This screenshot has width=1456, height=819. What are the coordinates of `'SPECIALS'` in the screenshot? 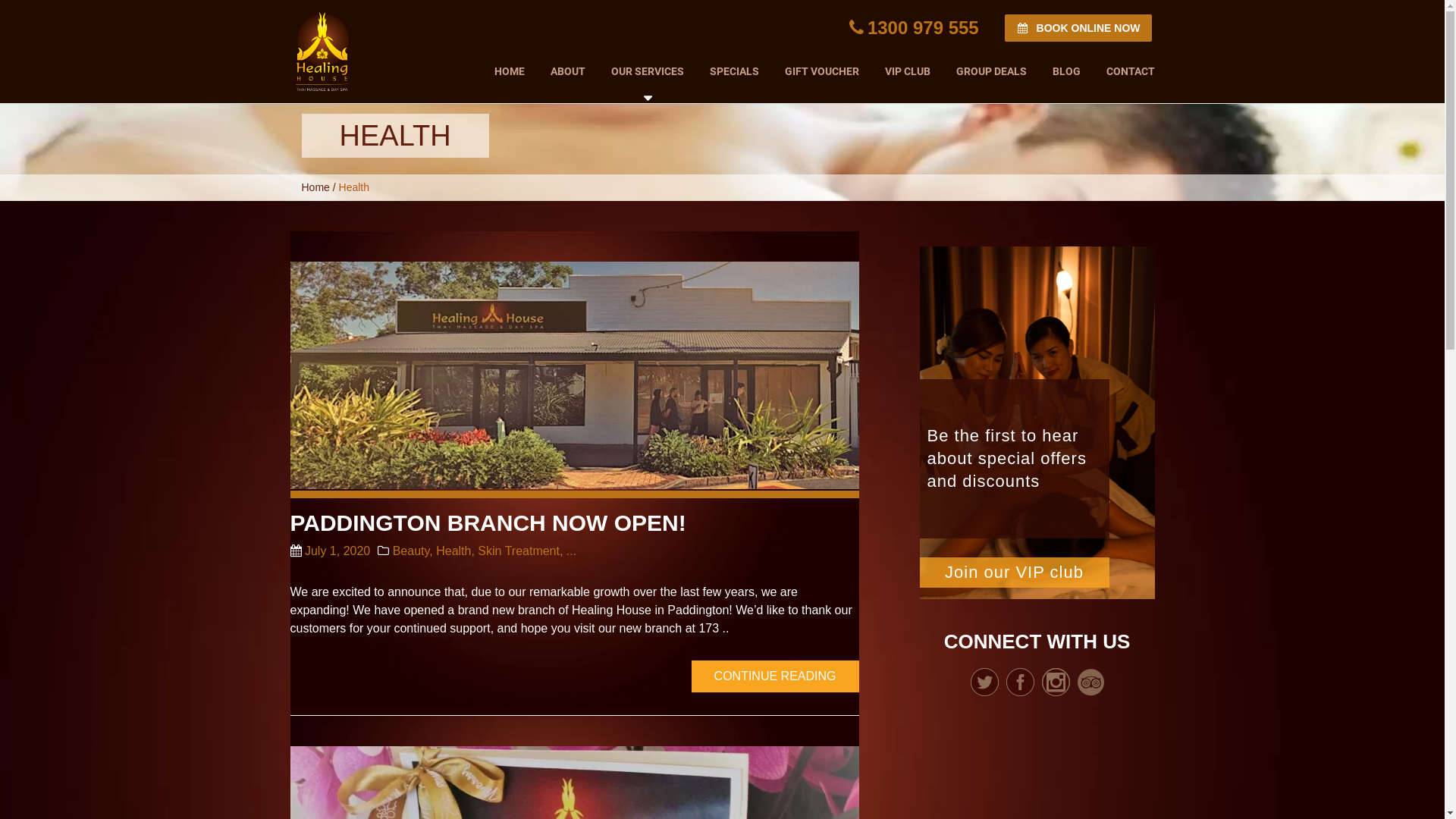 It's located at (733, 67).